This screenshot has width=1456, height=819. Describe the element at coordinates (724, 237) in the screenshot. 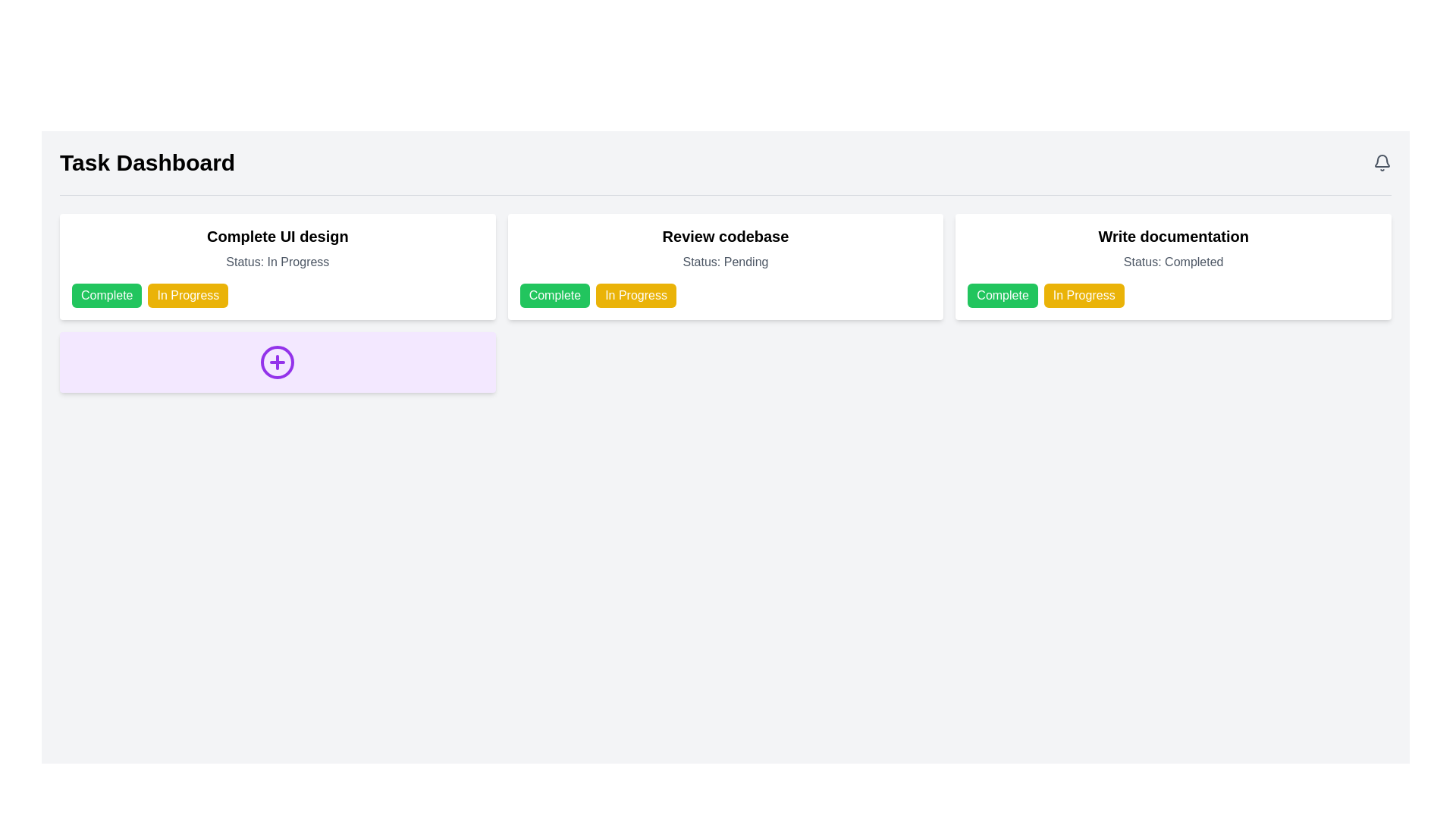

I see `the Text Label that serves as a title or label for the central card in a three-card horizontal layout` at that location.